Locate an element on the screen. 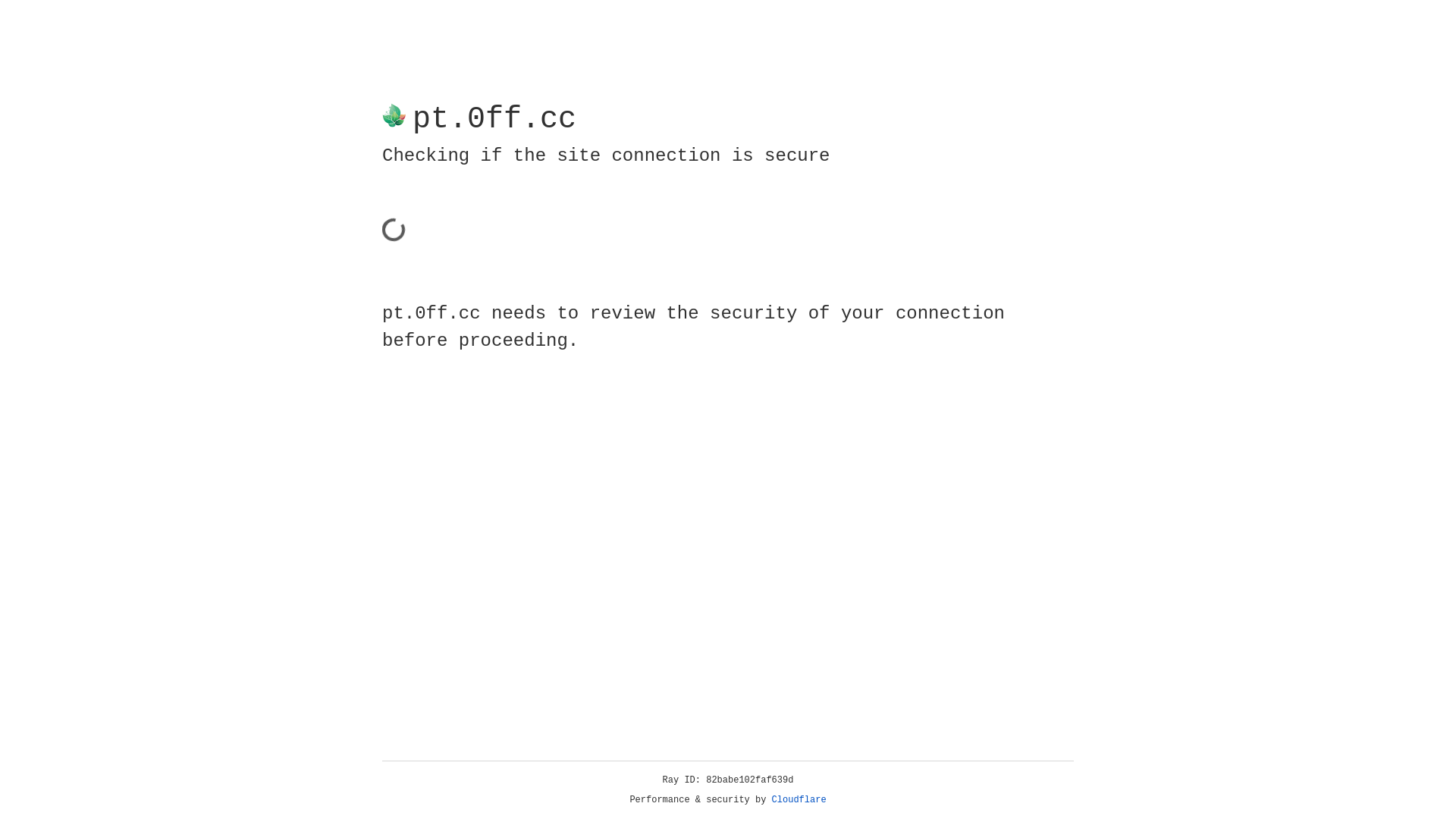 Image resolution: width=1456 pixels, height=819 pixels. 'Cloudflare' is located at coordinates (799, 799).